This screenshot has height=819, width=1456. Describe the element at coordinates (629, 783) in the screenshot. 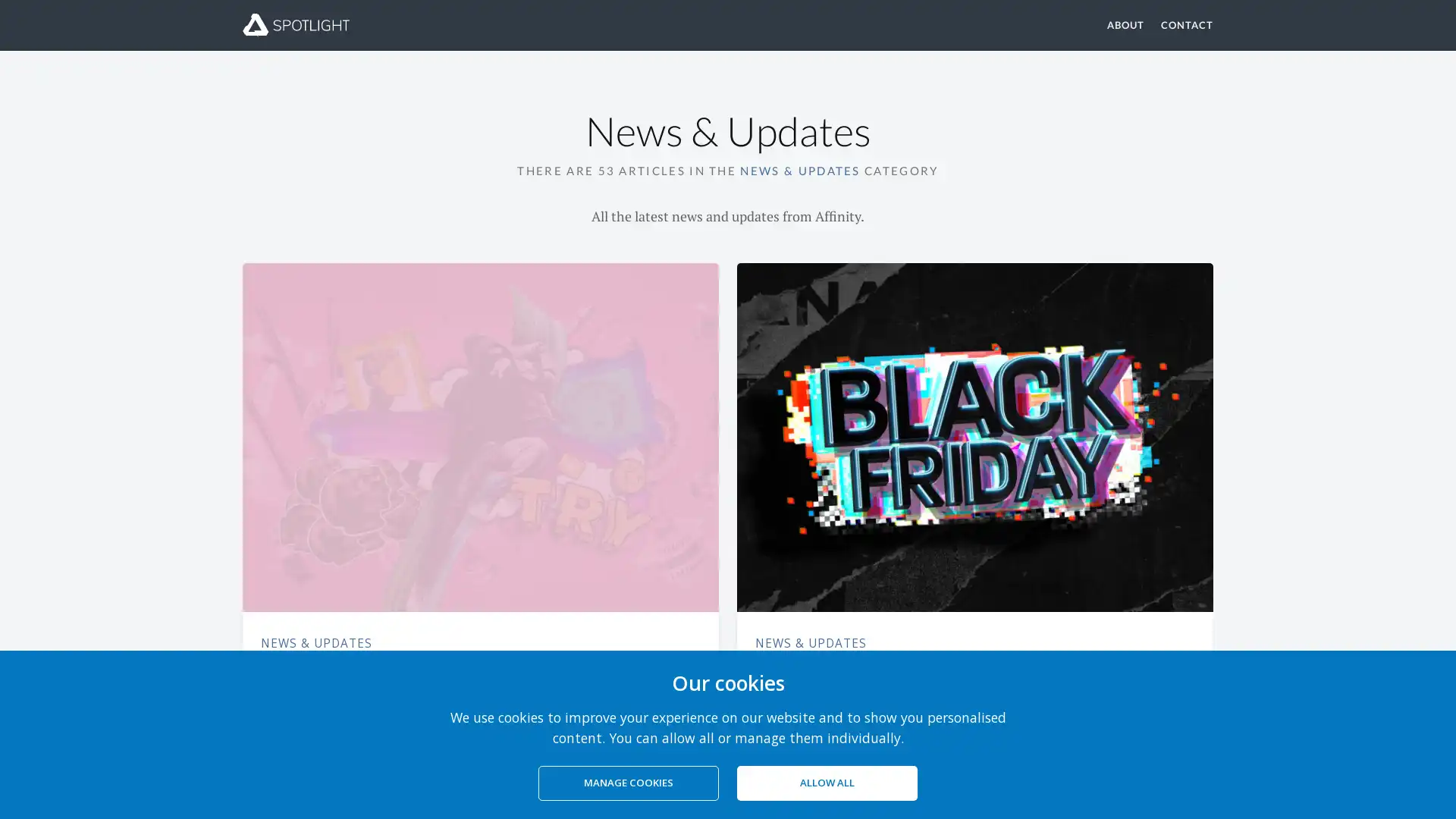

I see `MANAGE COOKIES` at that location.